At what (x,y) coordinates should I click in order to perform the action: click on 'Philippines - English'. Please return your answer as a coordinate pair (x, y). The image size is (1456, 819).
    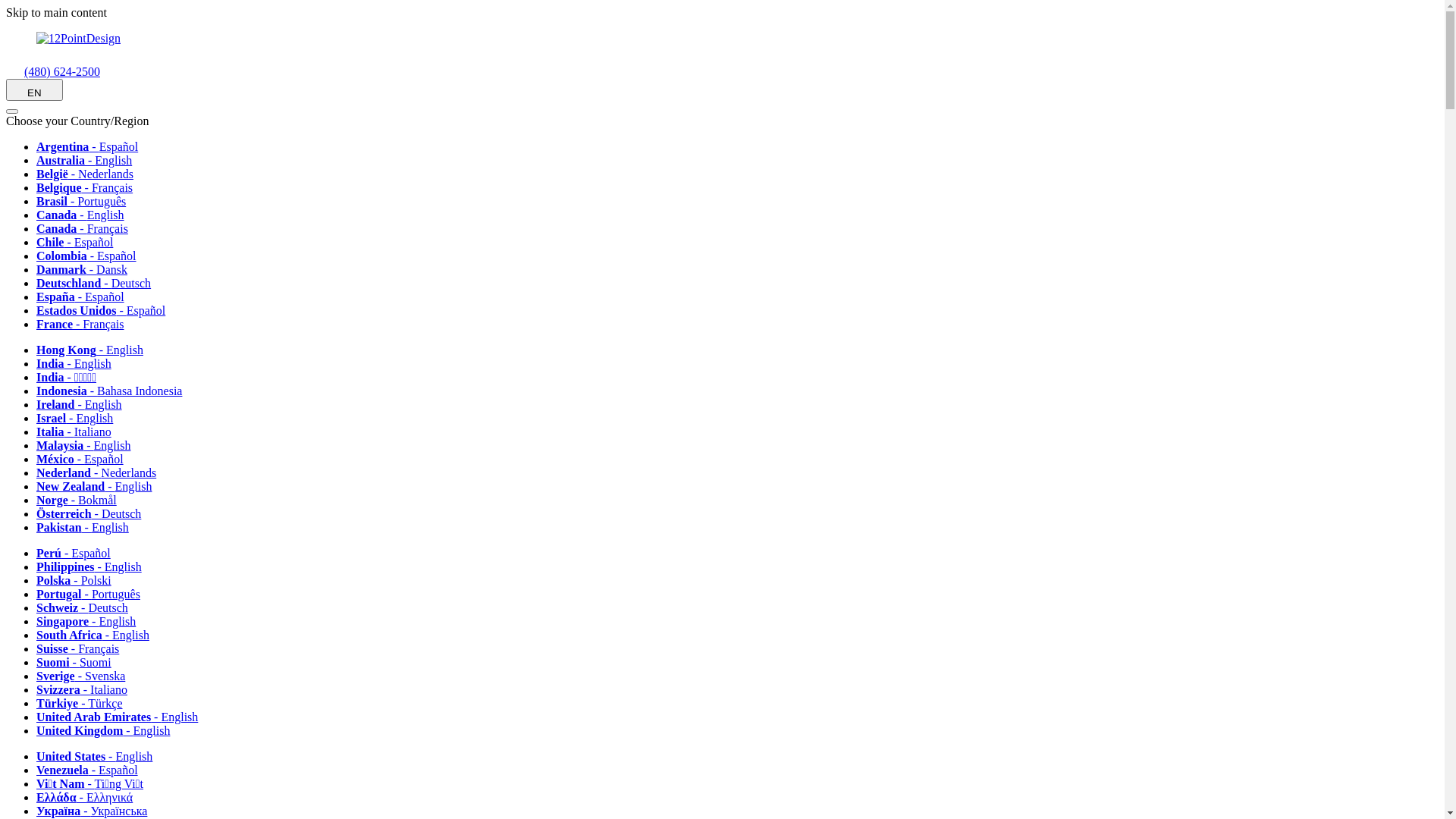
    Looking at the image, I should click on (93, 566).